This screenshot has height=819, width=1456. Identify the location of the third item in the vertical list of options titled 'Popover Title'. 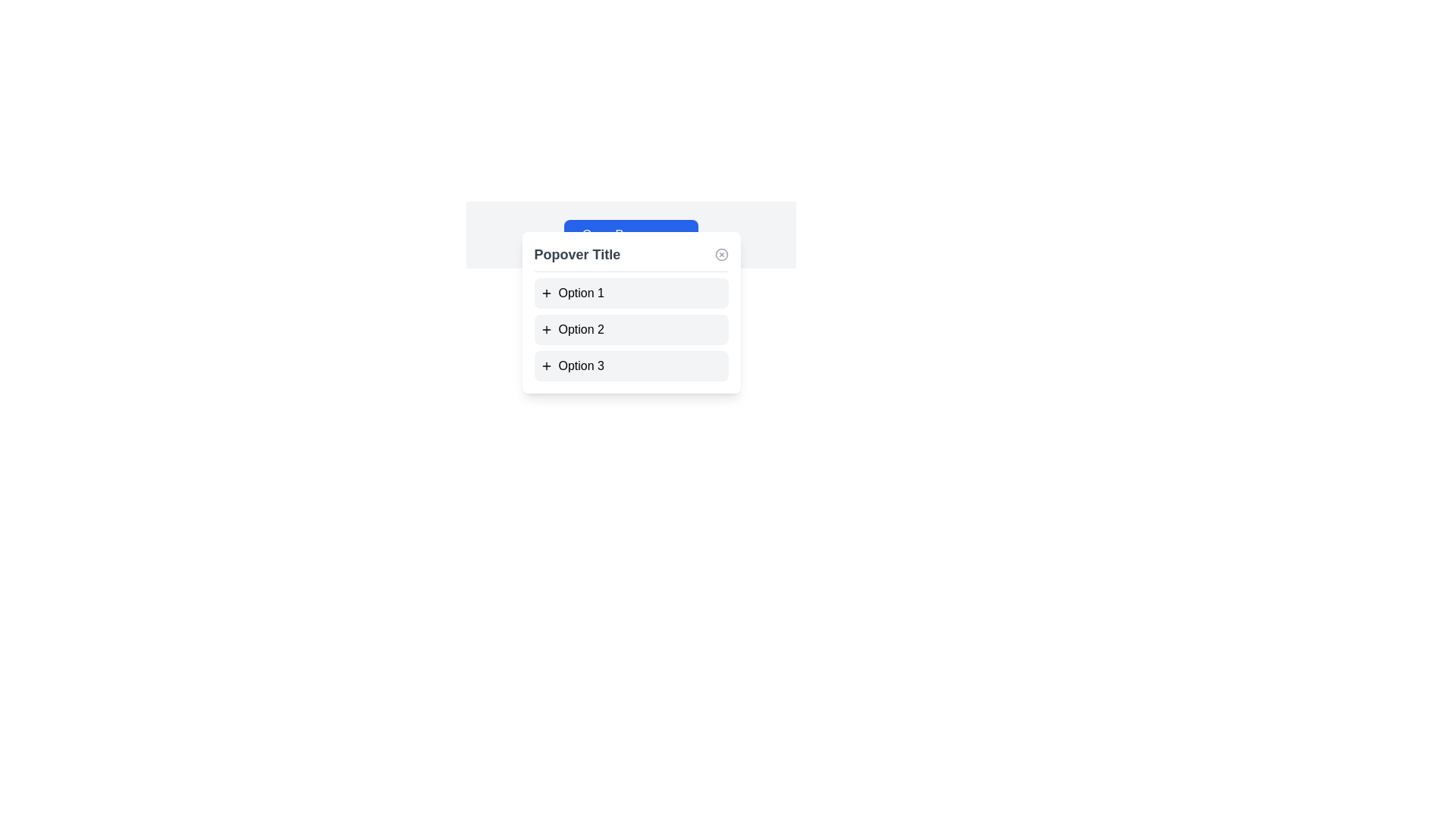
(631, 366).